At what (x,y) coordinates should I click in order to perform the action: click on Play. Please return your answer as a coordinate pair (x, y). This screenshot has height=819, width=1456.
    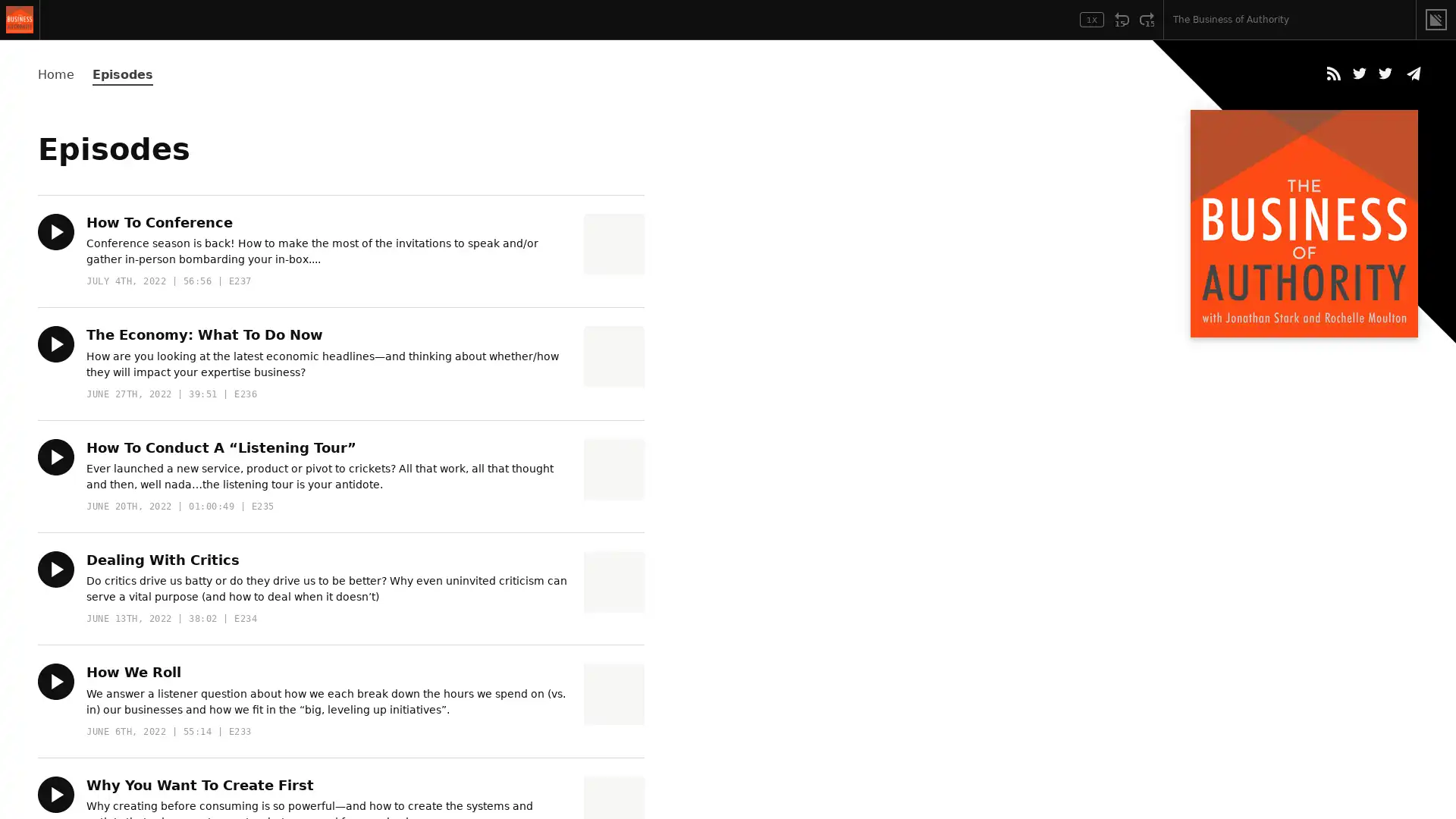
    Looking at the image, I should click on (55, 344).